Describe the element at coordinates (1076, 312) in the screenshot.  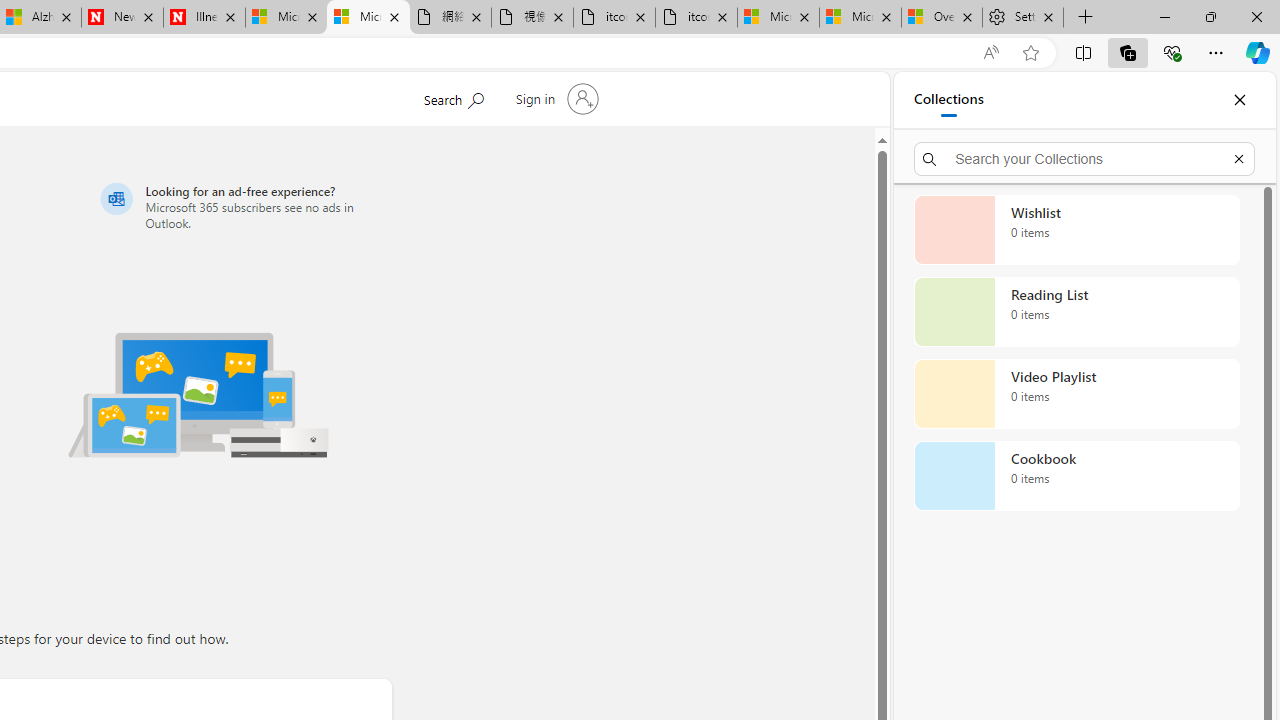
I see `'Reading List collection, 0 items'` at that location.